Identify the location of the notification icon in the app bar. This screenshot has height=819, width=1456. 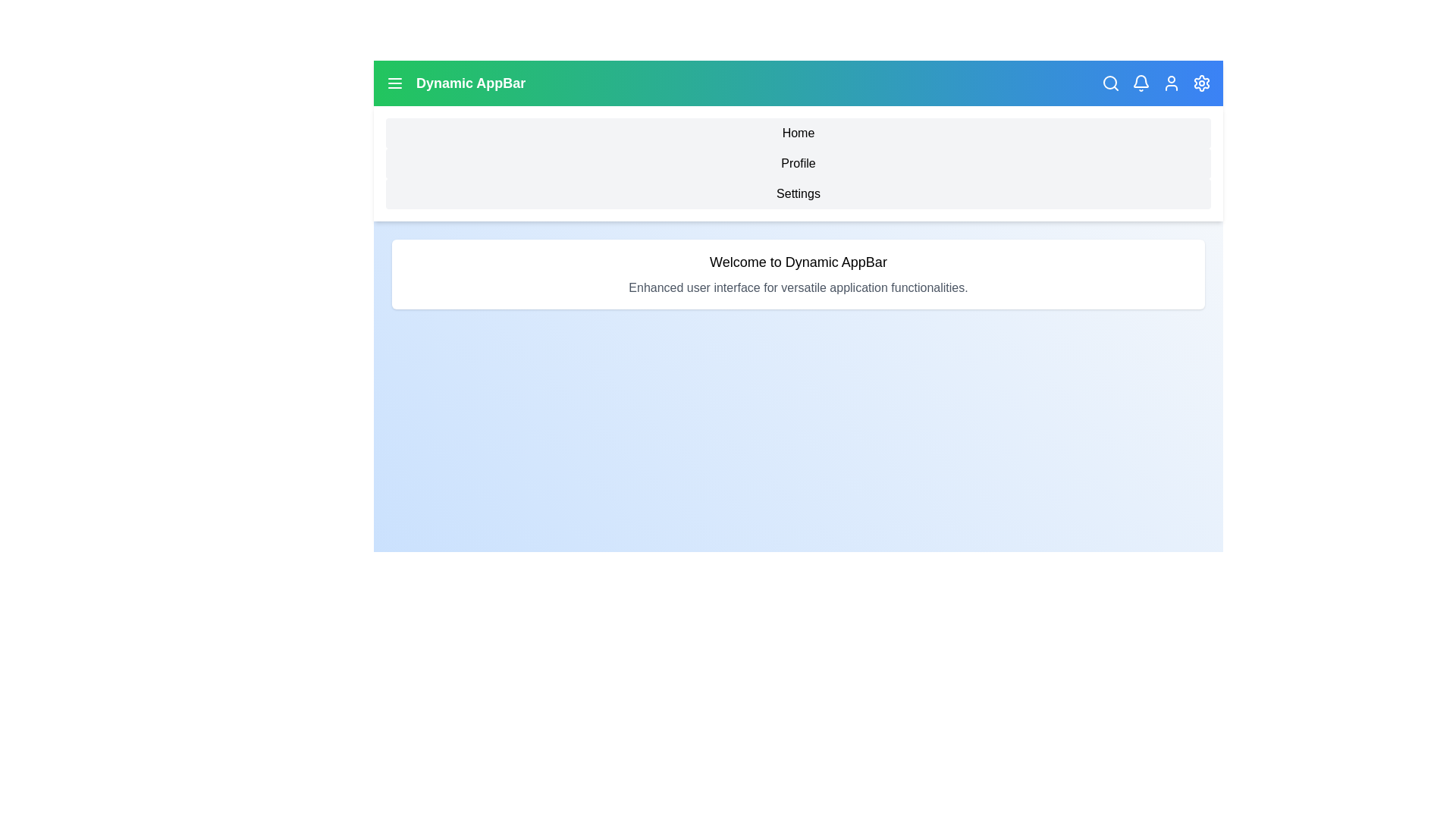
(1141, 83).